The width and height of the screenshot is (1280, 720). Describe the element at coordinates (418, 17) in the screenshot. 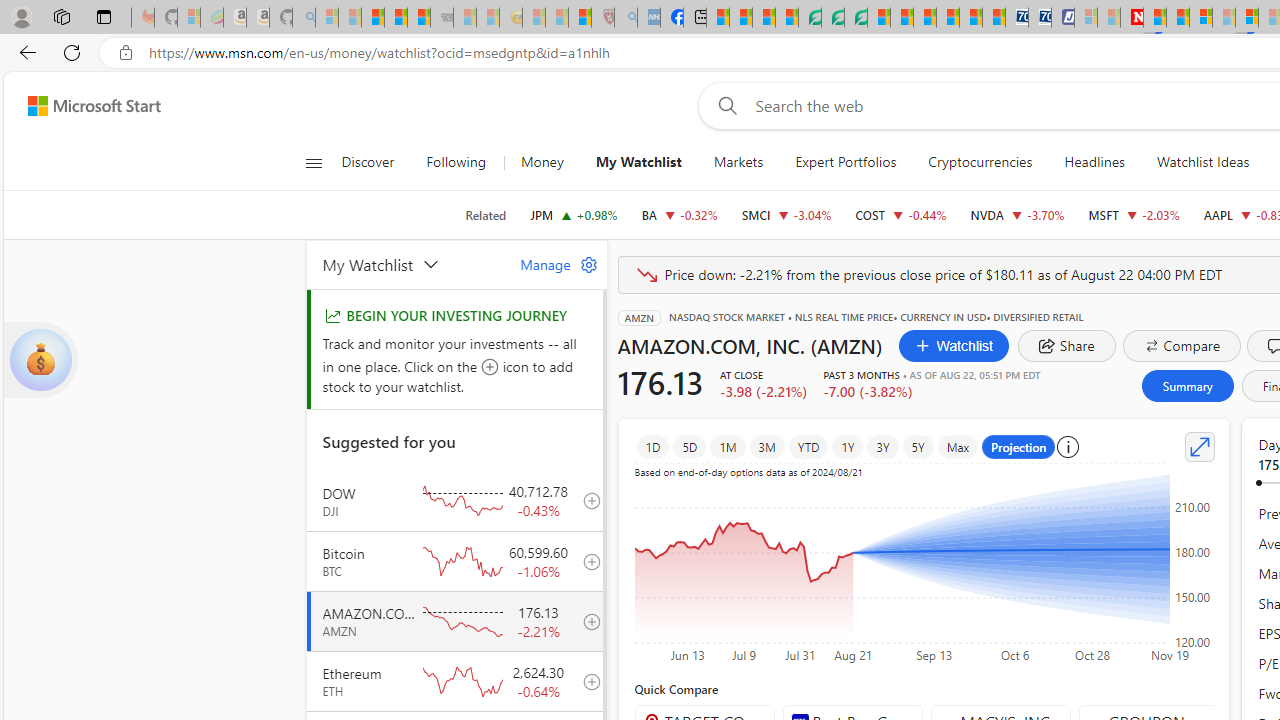

I see `'New Report Confirms 2023 Was Record Hot | Watch'` at that location.